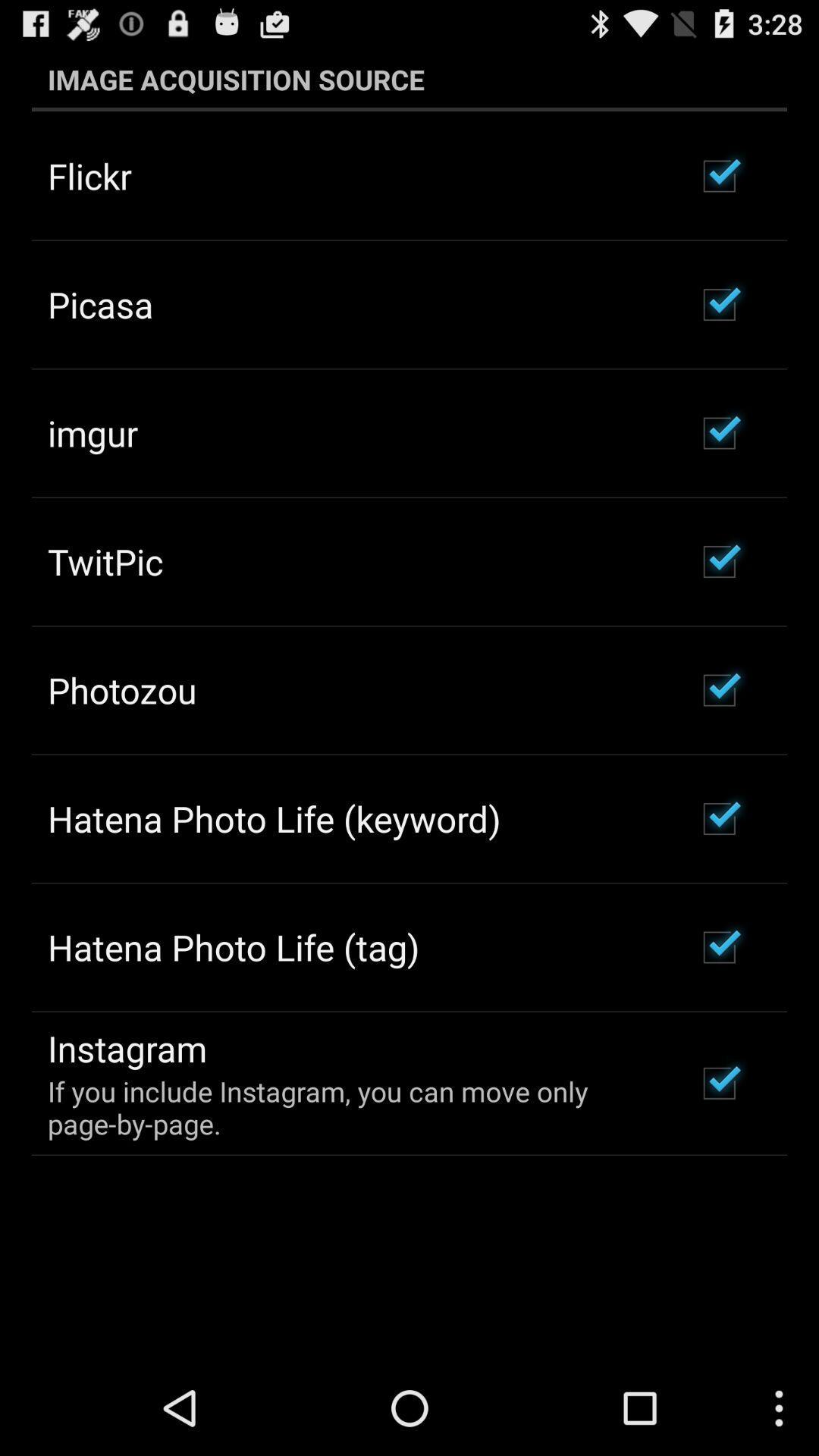  What do you see at coordinates (93, 432) in the screenshot?
I see `the item below the picasa` at bounding box center [93, 432].